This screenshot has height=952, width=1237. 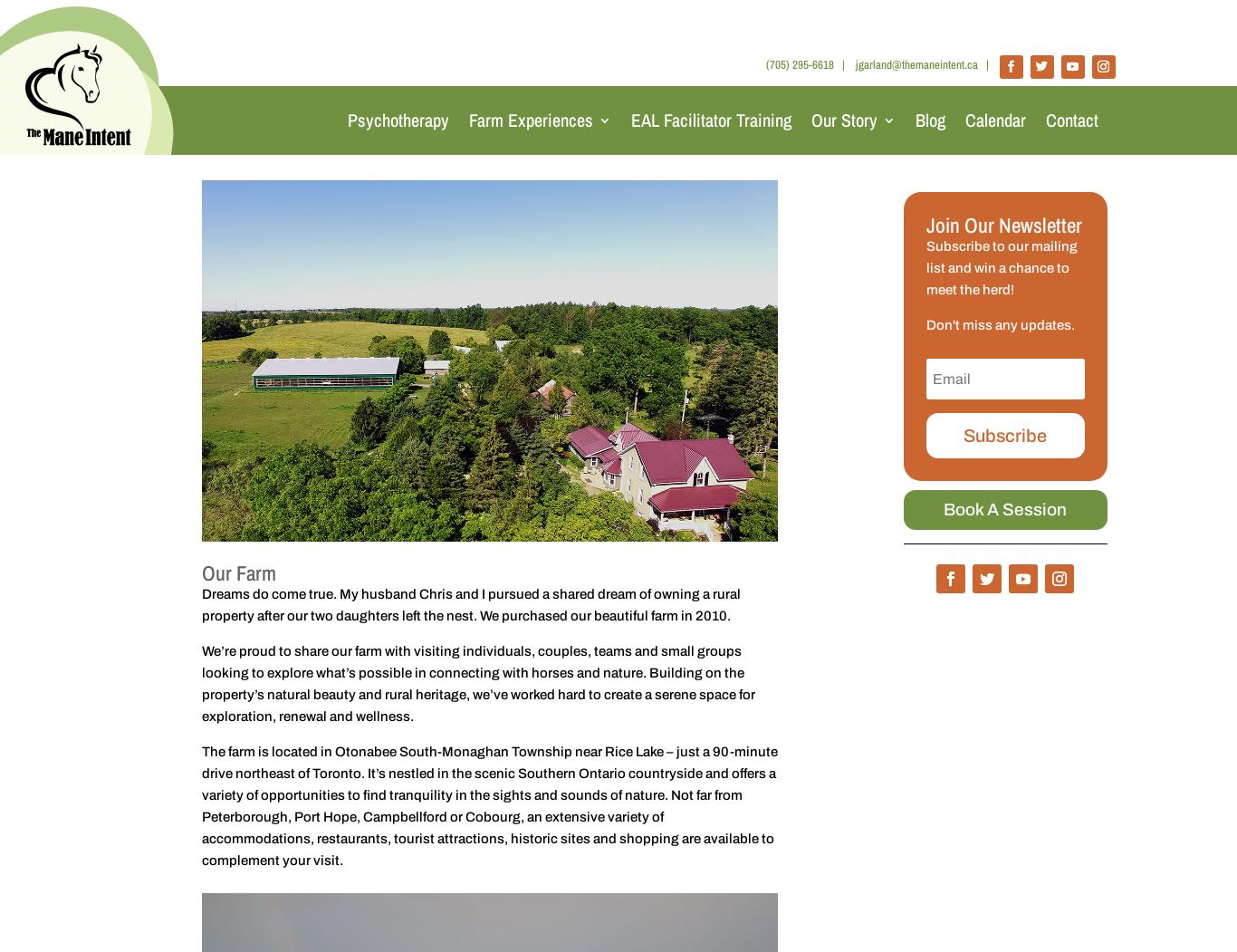 I want to click on 'Farm Experiences', so click(x=529, y=119).